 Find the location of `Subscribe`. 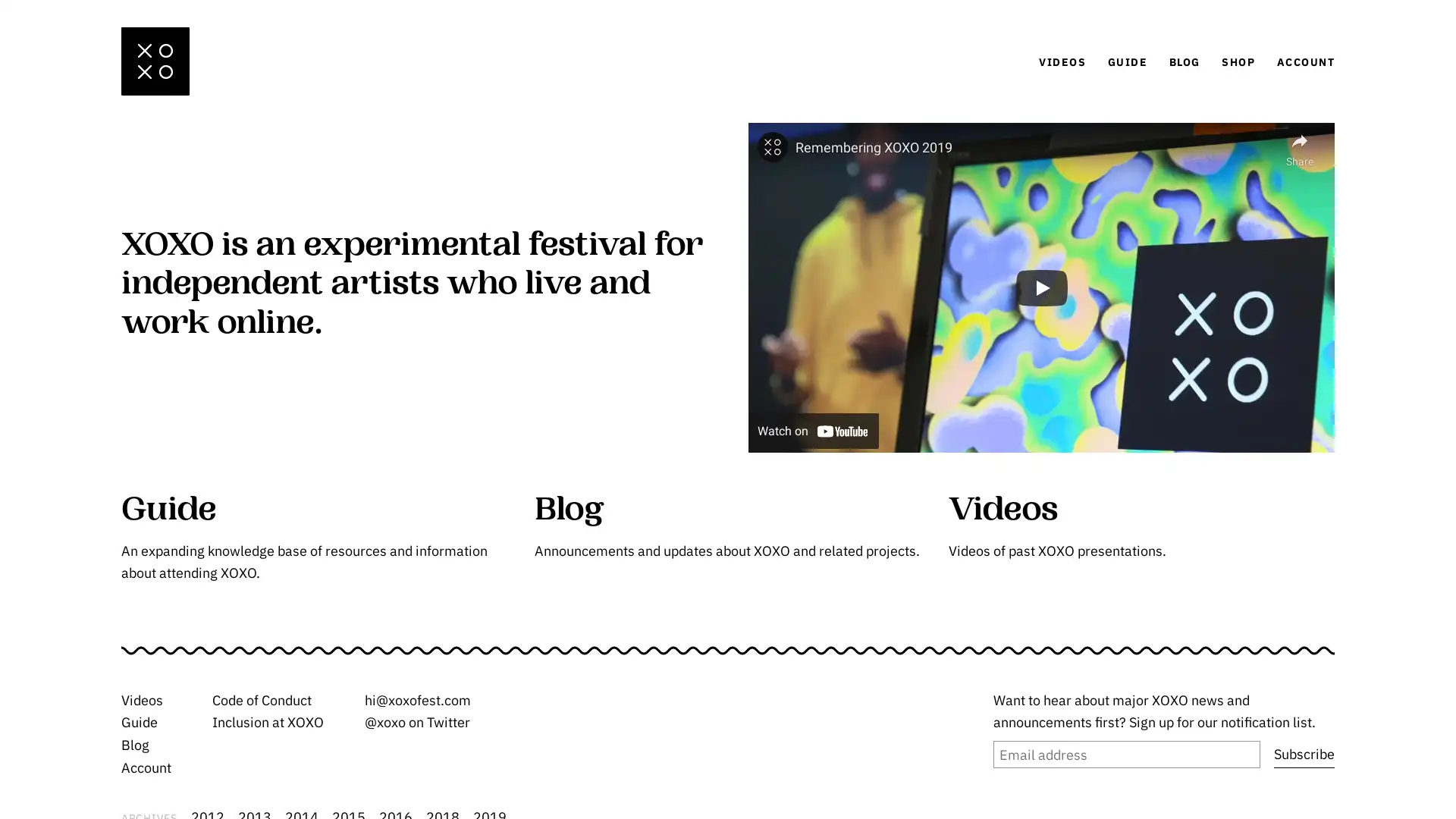

Subscribe is located at coordinates (1303, 755).